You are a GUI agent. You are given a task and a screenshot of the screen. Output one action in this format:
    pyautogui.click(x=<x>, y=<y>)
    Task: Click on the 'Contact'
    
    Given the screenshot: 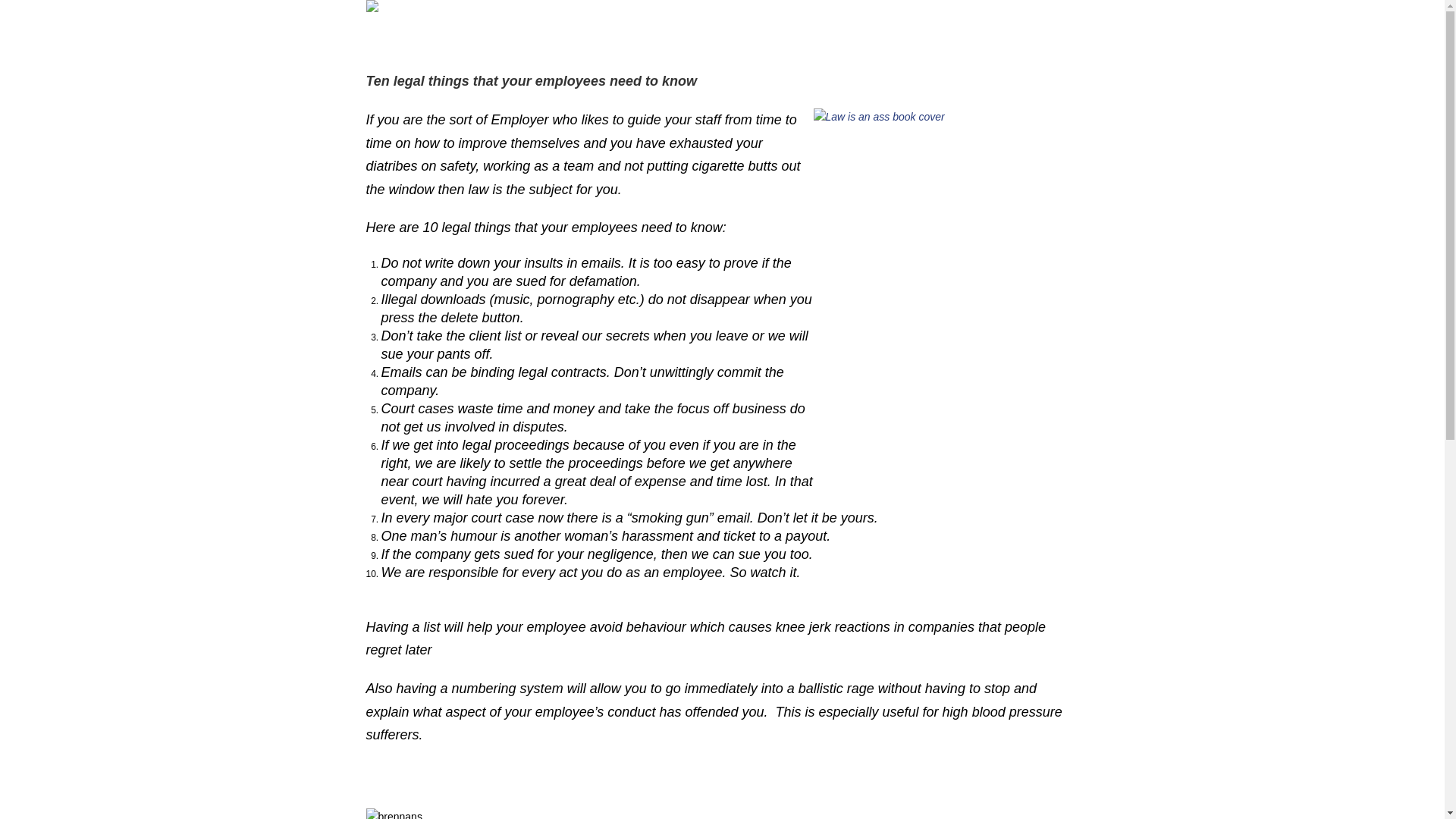 What is the action you would take?
    pyautogui.click(x=927, y=32)
    